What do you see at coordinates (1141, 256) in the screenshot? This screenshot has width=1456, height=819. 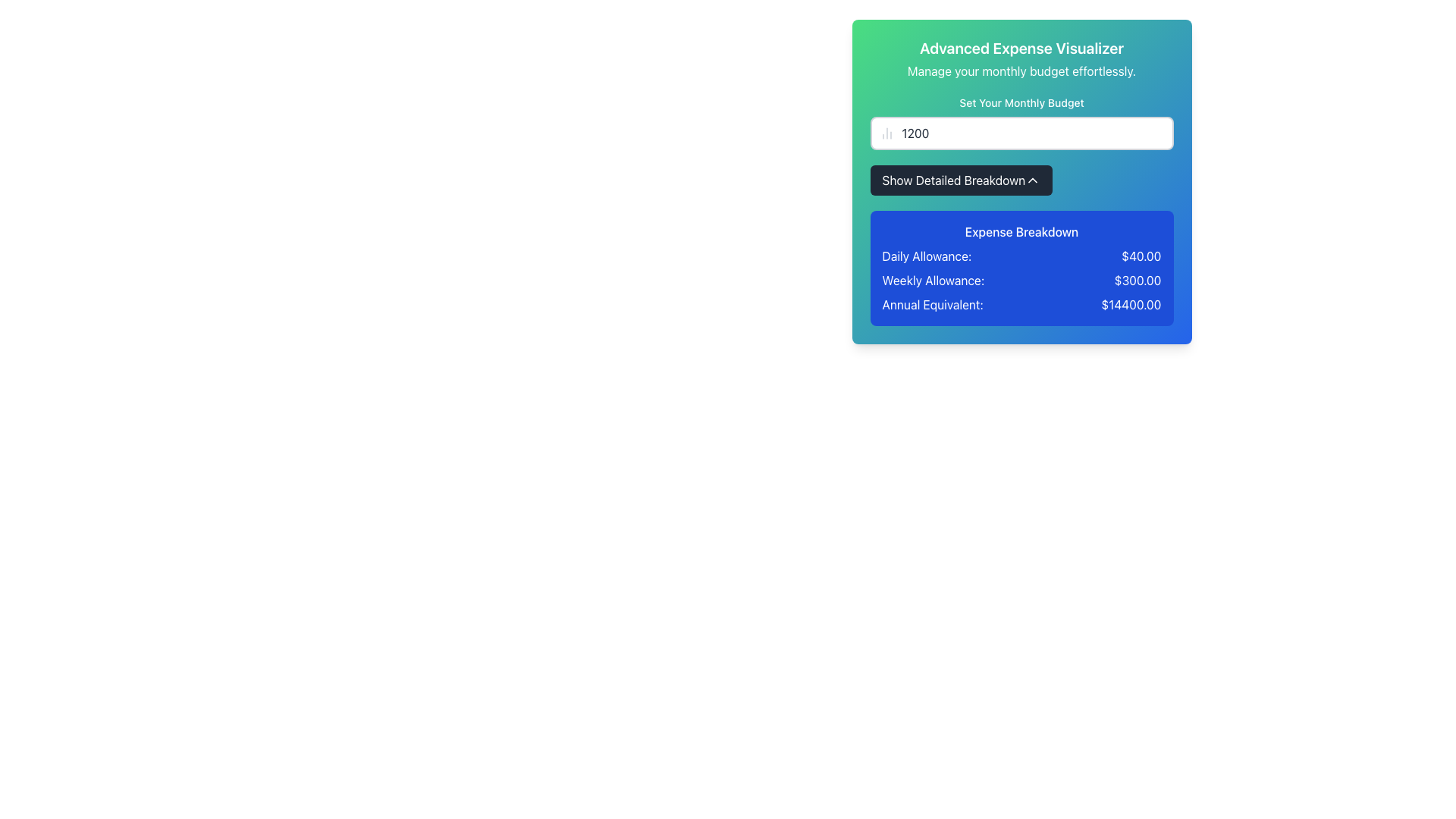 I see `the static Text Display that shows the calculated daily budget allowance, located in the bottom half of the interface within the 'Expense Breakdown' section` at bounding box center [1141, 256].